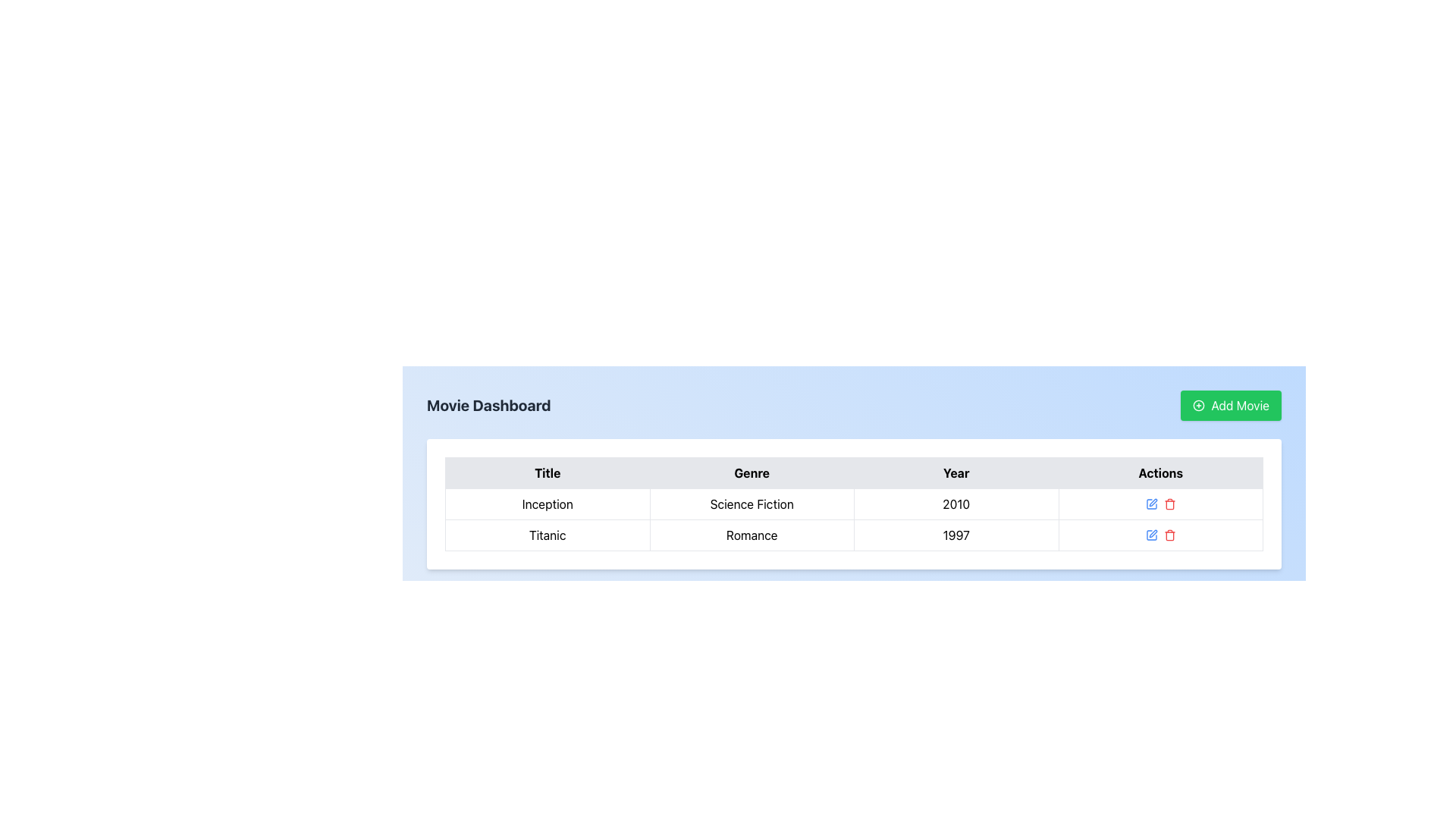 The image size is (1456, 819). What do you see at coordinates (1159, 534) in the screenshot?
I see `the button group located in the 'Actions' column of the second row corresponding to the movie entry 'Titanic Romance 1997'` at bounding box center [1159, 534].